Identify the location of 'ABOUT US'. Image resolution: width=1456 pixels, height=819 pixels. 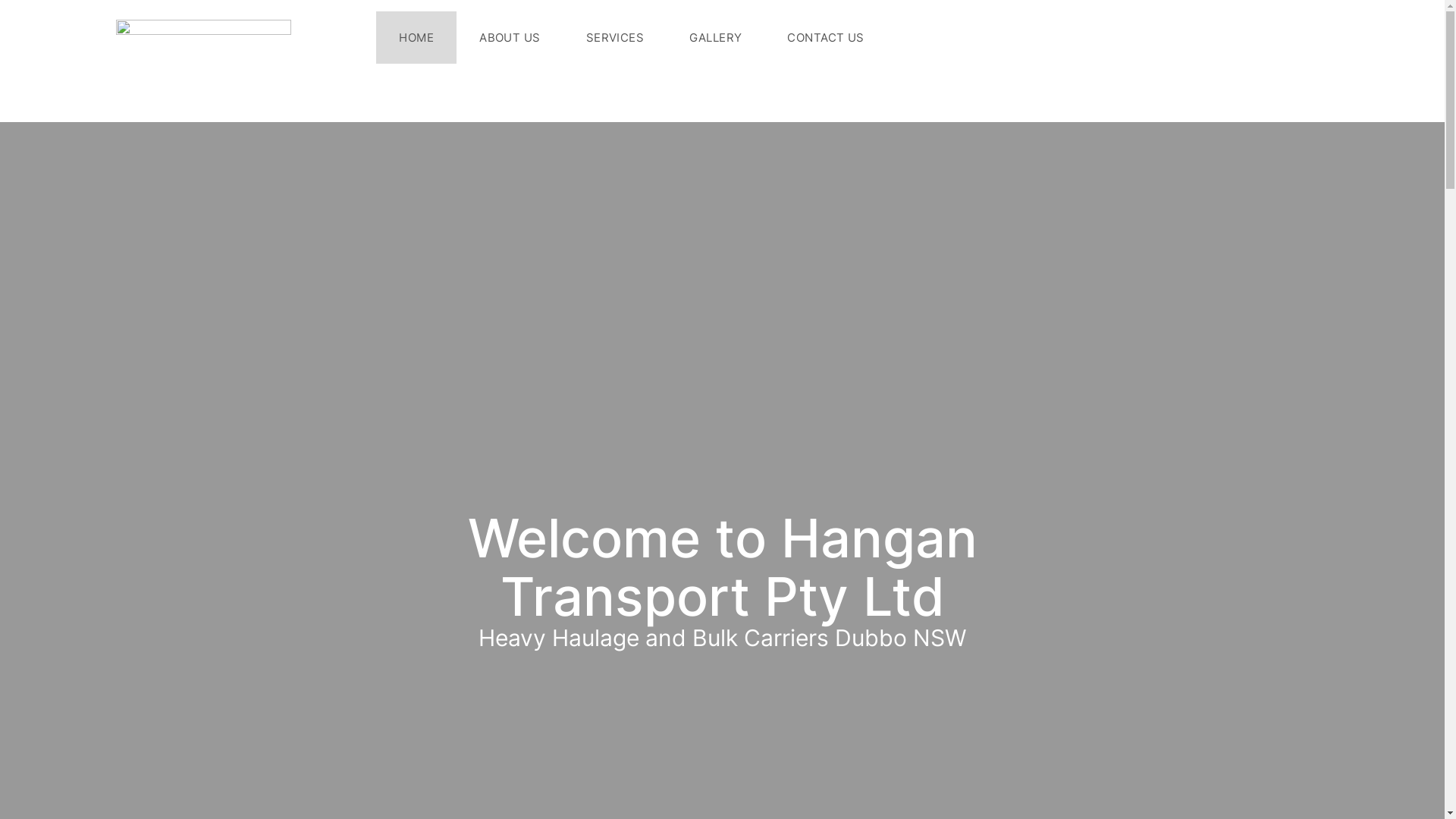
(455, 36).